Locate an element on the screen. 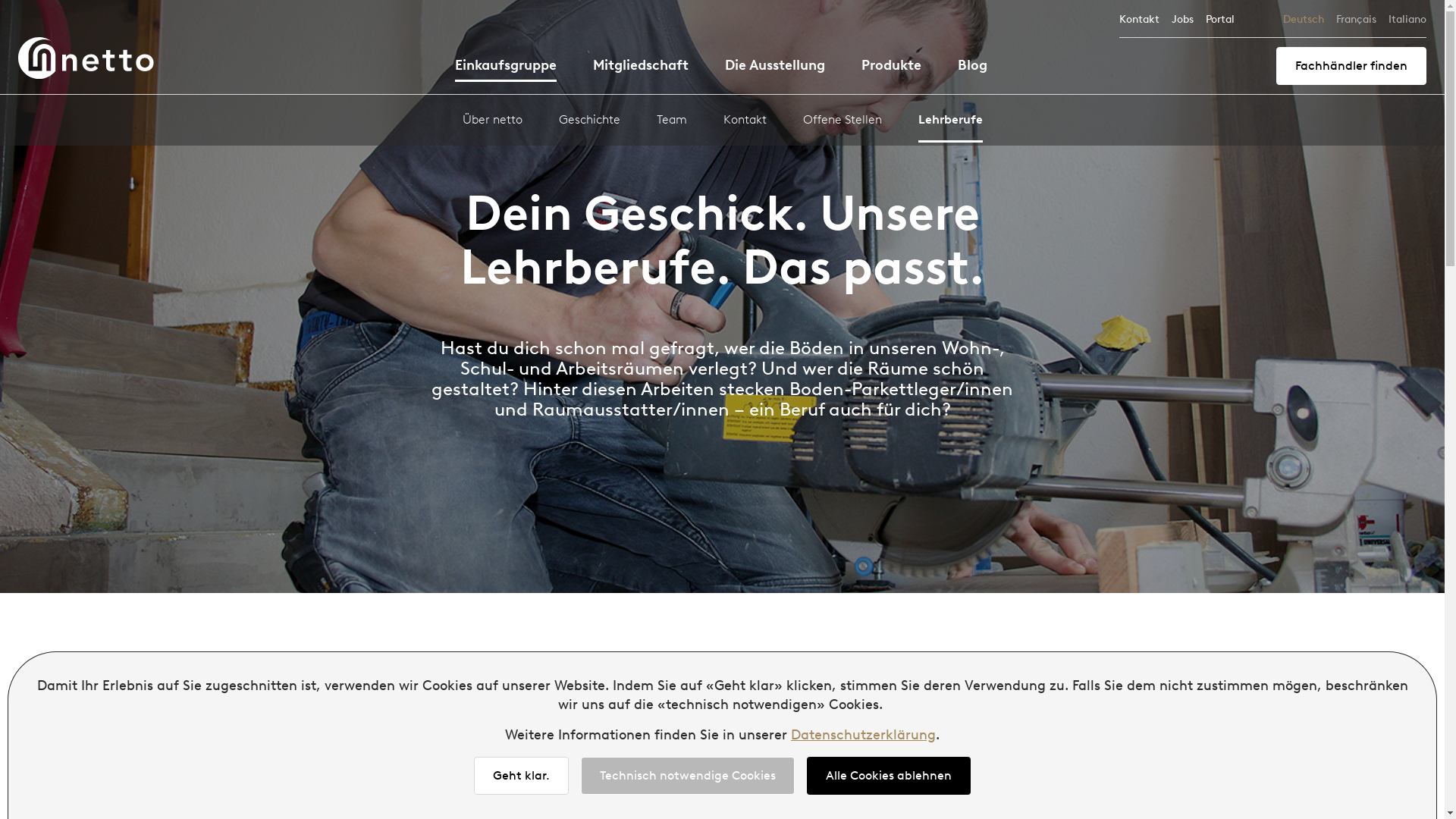 Image resolution: width=1456 pixels, height=819 pixels. 'Mitgliedschaft' is located at coordinates (640, 67).